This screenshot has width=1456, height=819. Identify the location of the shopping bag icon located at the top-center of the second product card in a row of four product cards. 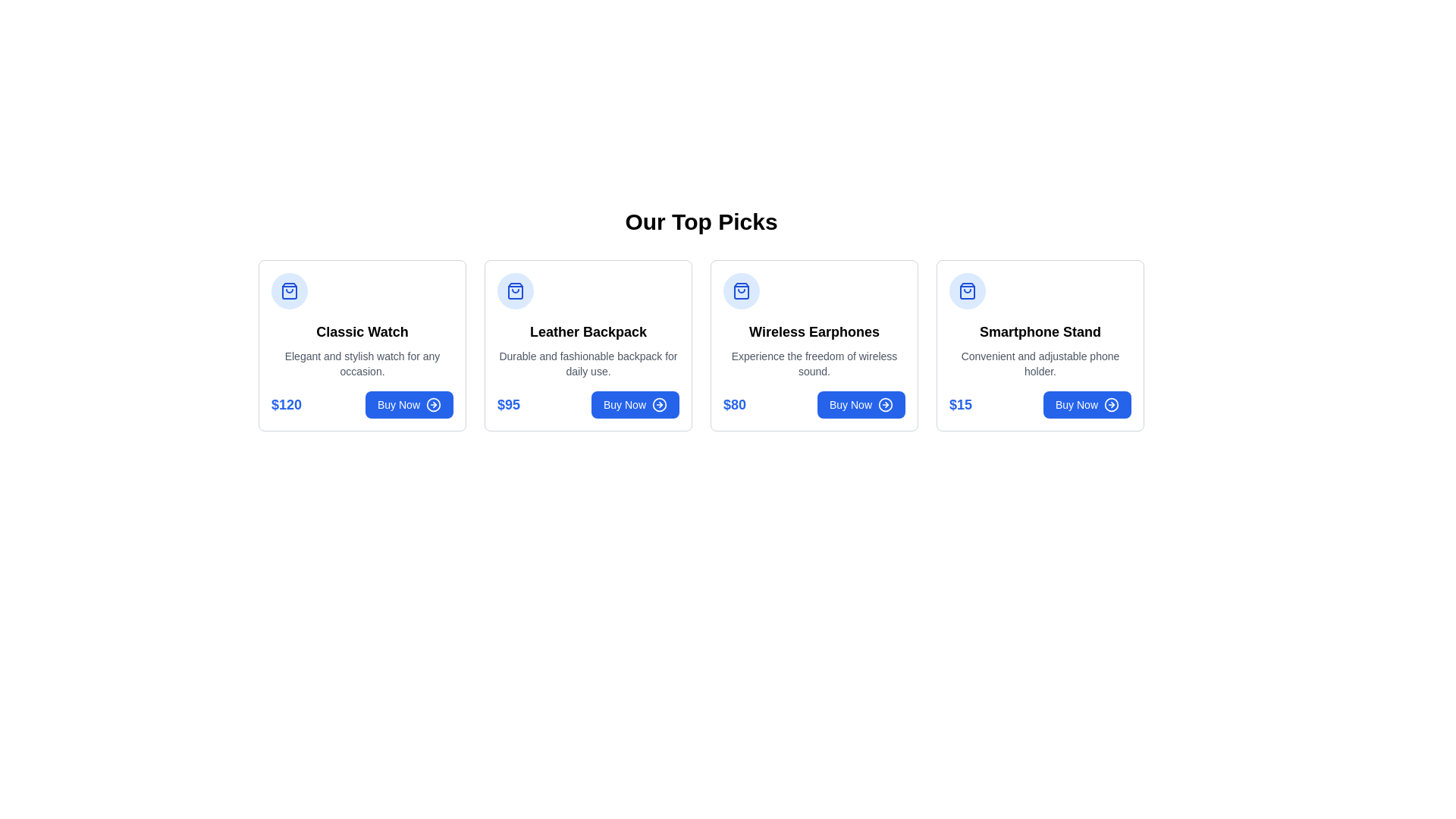
(967, 291).